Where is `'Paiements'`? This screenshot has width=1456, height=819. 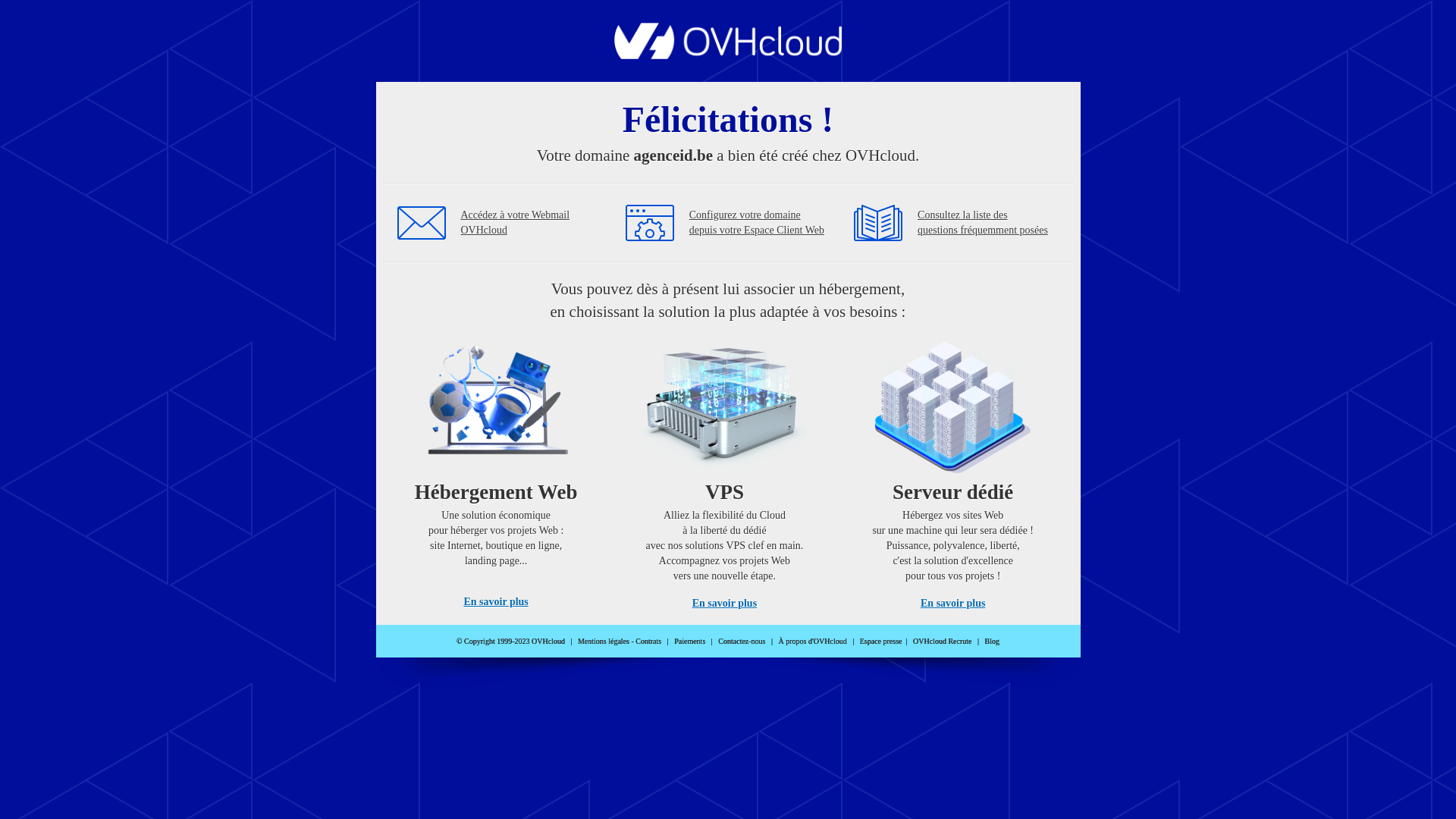 'Paiements' is located at coordinates (673, 641).